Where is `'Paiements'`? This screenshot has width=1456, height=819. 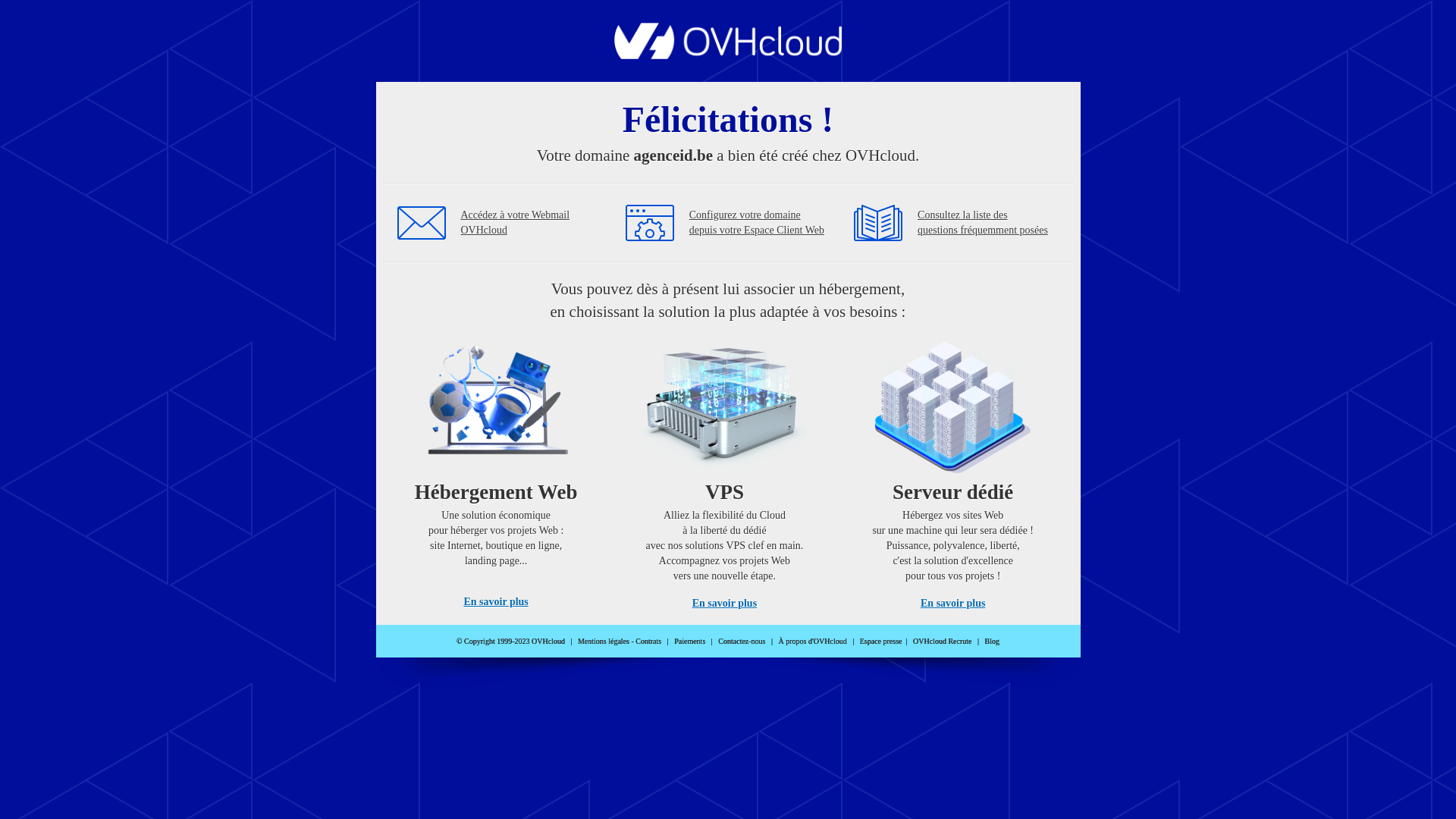 'Paiements' is located at coordinates (673, 641).